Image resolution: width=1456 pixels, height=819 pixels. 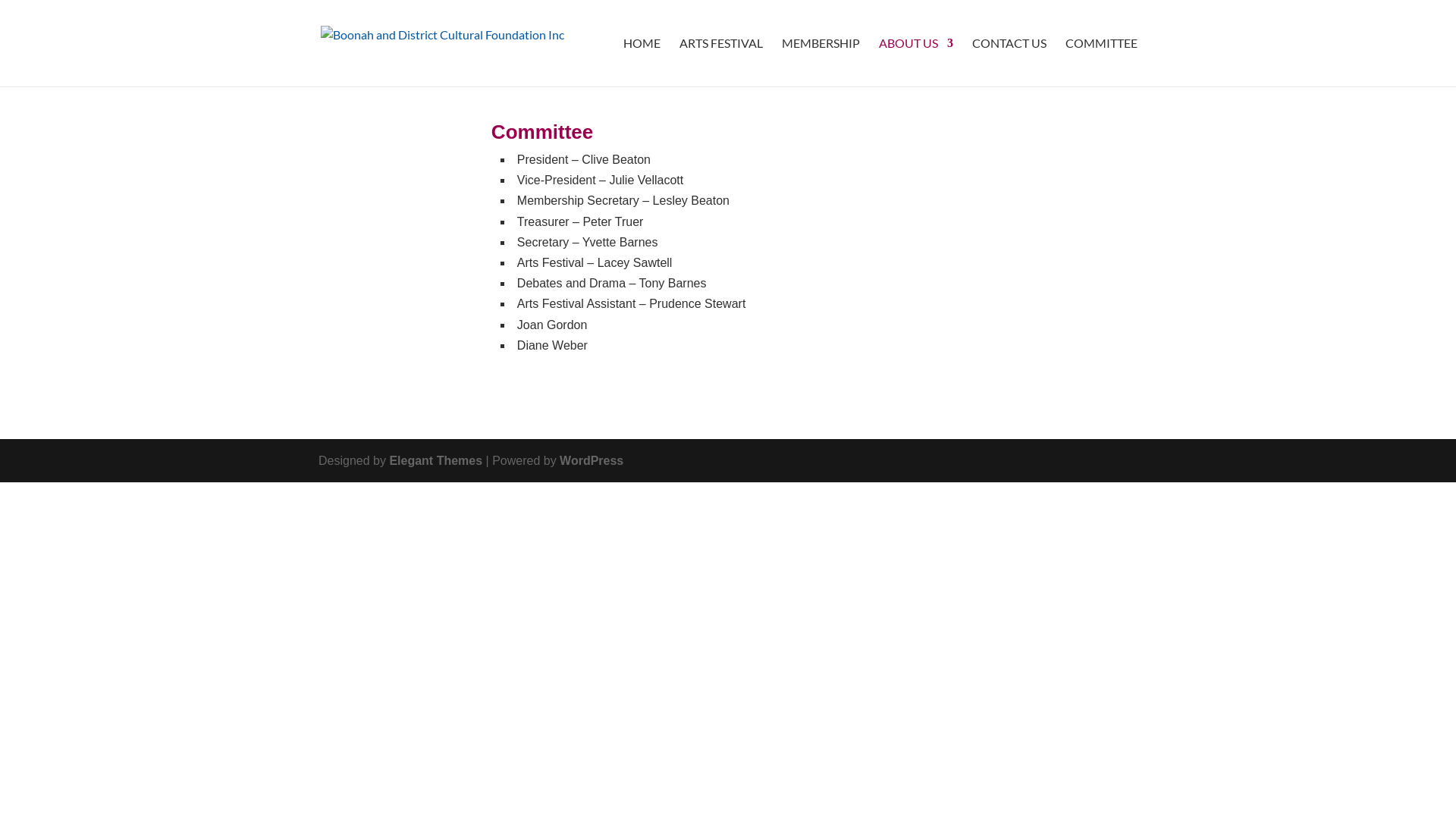 I want to click on 'ABOUT US', so click(x=915, y=61).